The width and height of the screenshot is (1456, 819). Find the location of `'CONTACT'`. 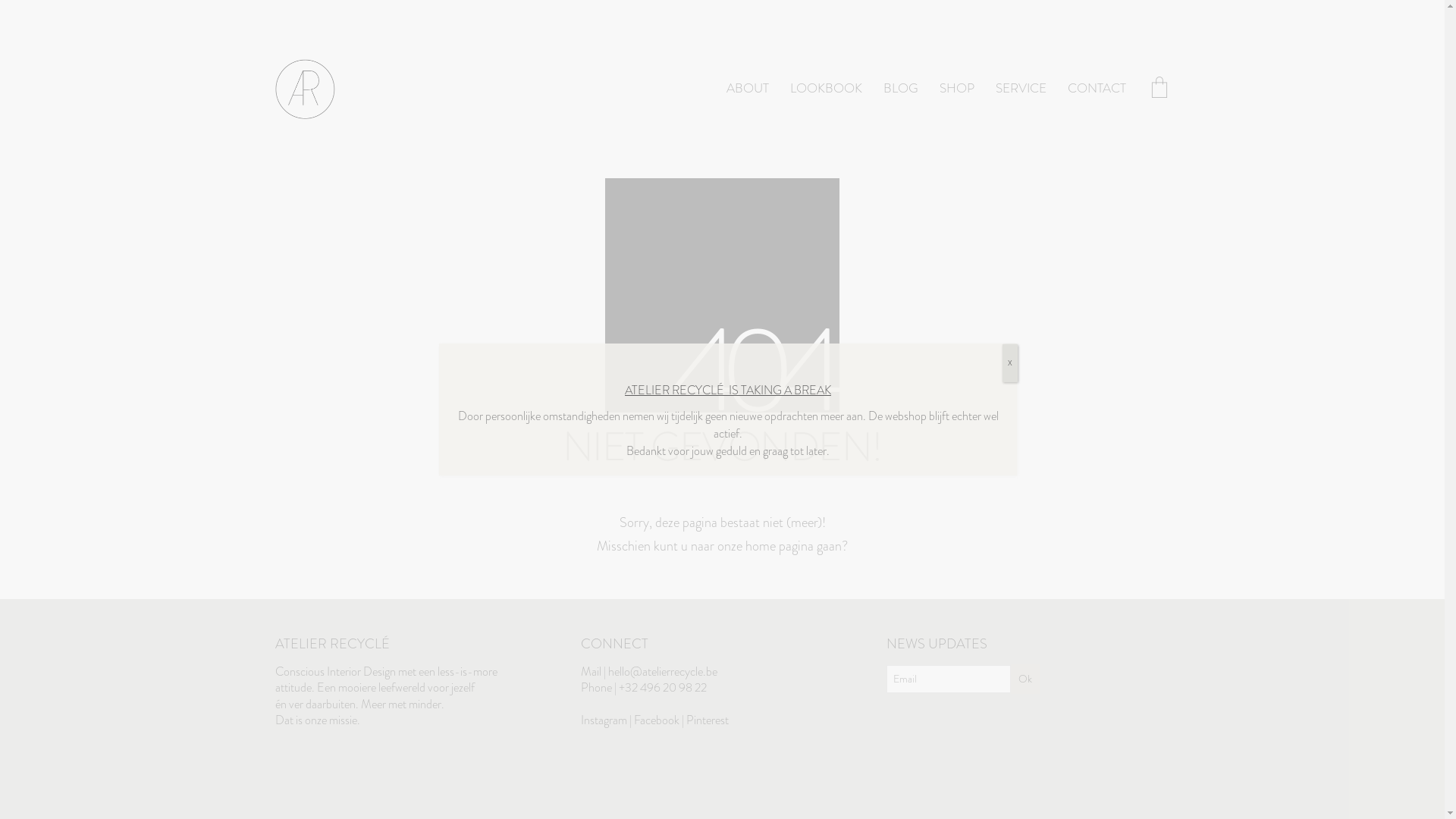

'CONTACT' is located at coordinates (1066, 89).